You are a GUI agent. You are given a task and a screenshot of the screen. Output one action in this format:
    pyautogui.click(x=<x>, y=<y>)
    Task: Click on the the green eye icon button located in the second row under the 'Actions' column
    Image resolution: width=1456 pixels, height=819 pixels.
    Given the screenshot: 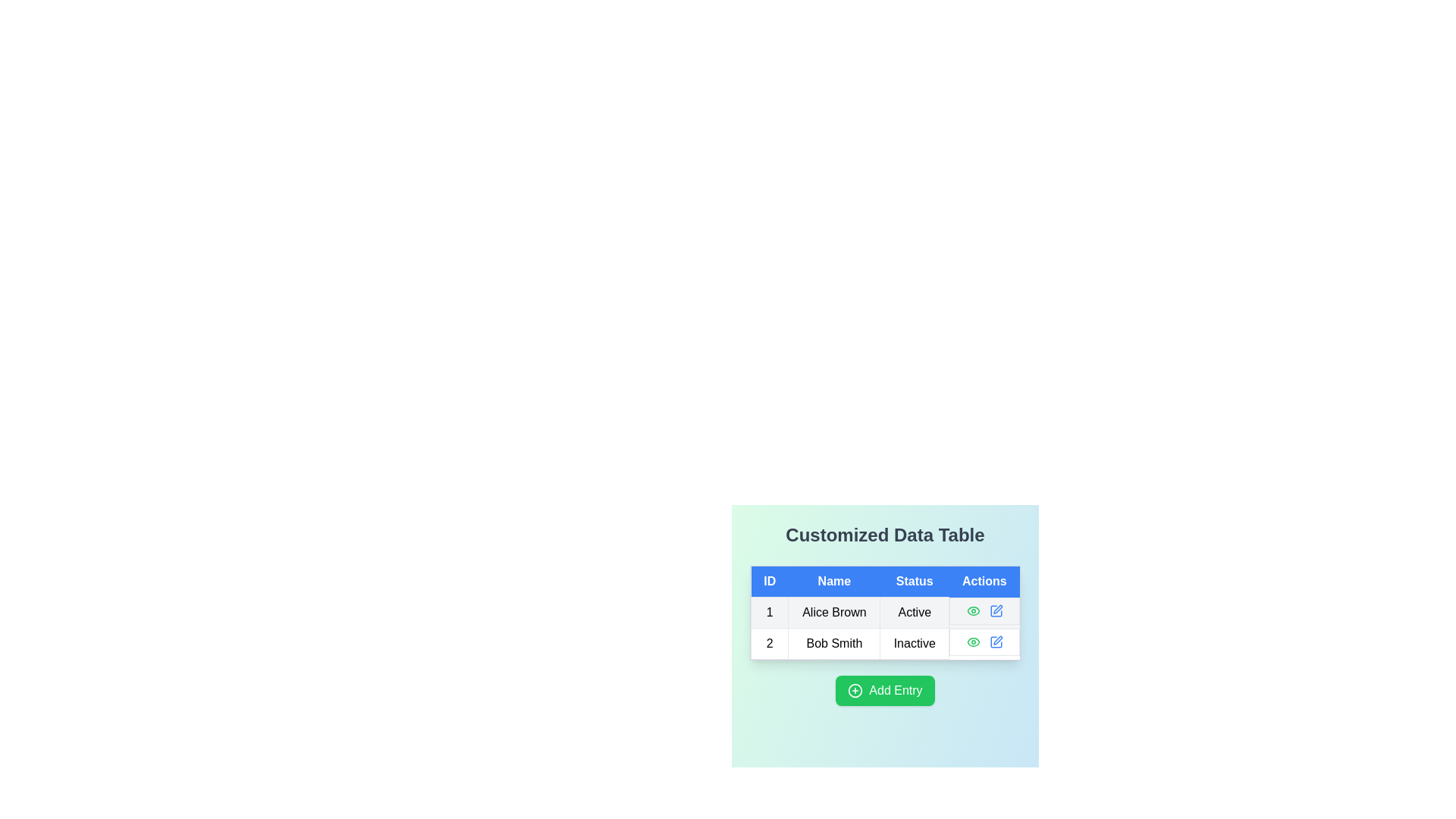 What is the action you would take?
    pyautogui.click(x=973, y=642)
    